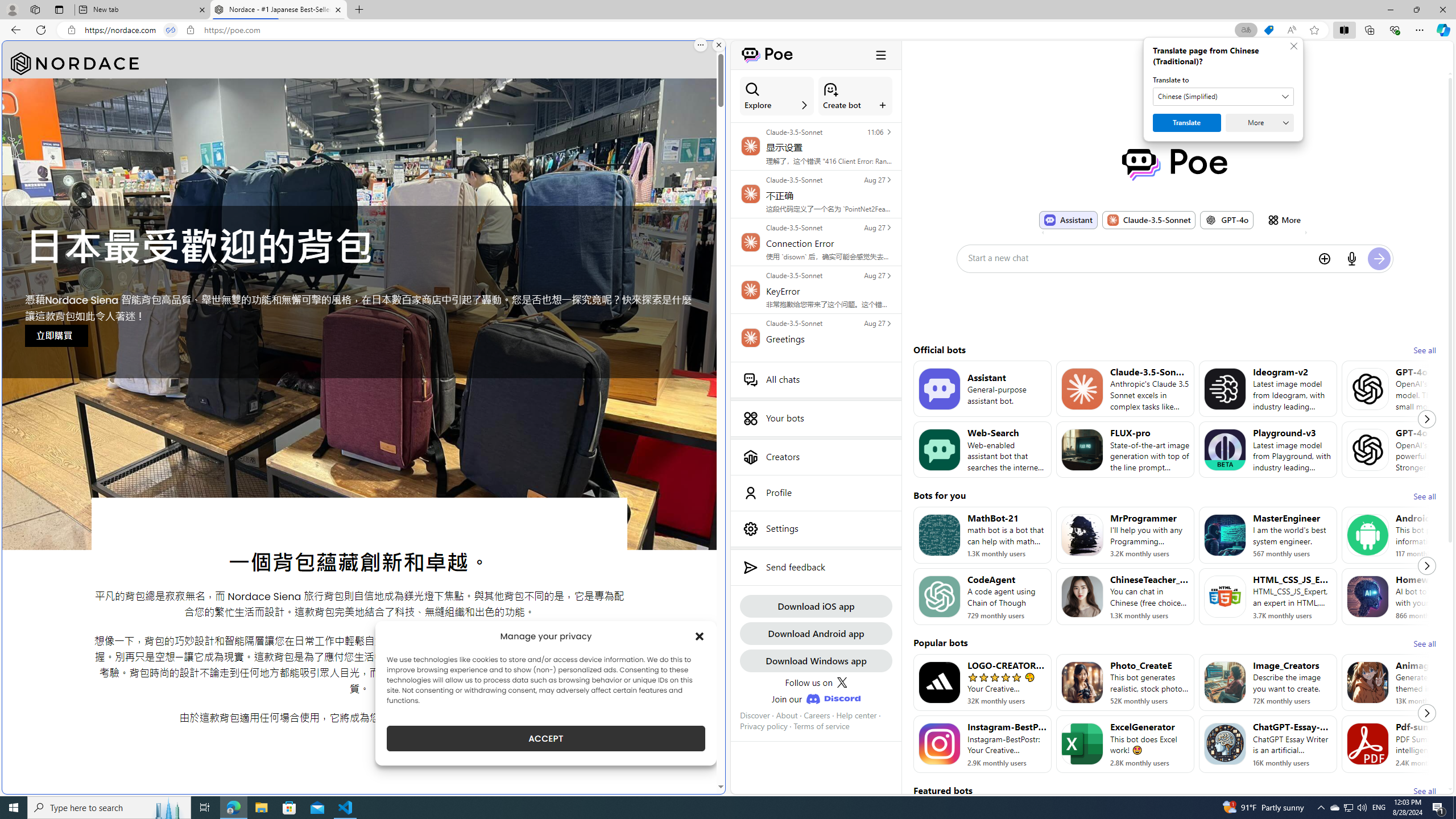 This screenshot has width=1456, height=819. What do you see at coordinates (1081, 597) in the screenshot?
I see `'Bot image for ChineseTeacher_Lily'` at bounding box center [1081, 597].